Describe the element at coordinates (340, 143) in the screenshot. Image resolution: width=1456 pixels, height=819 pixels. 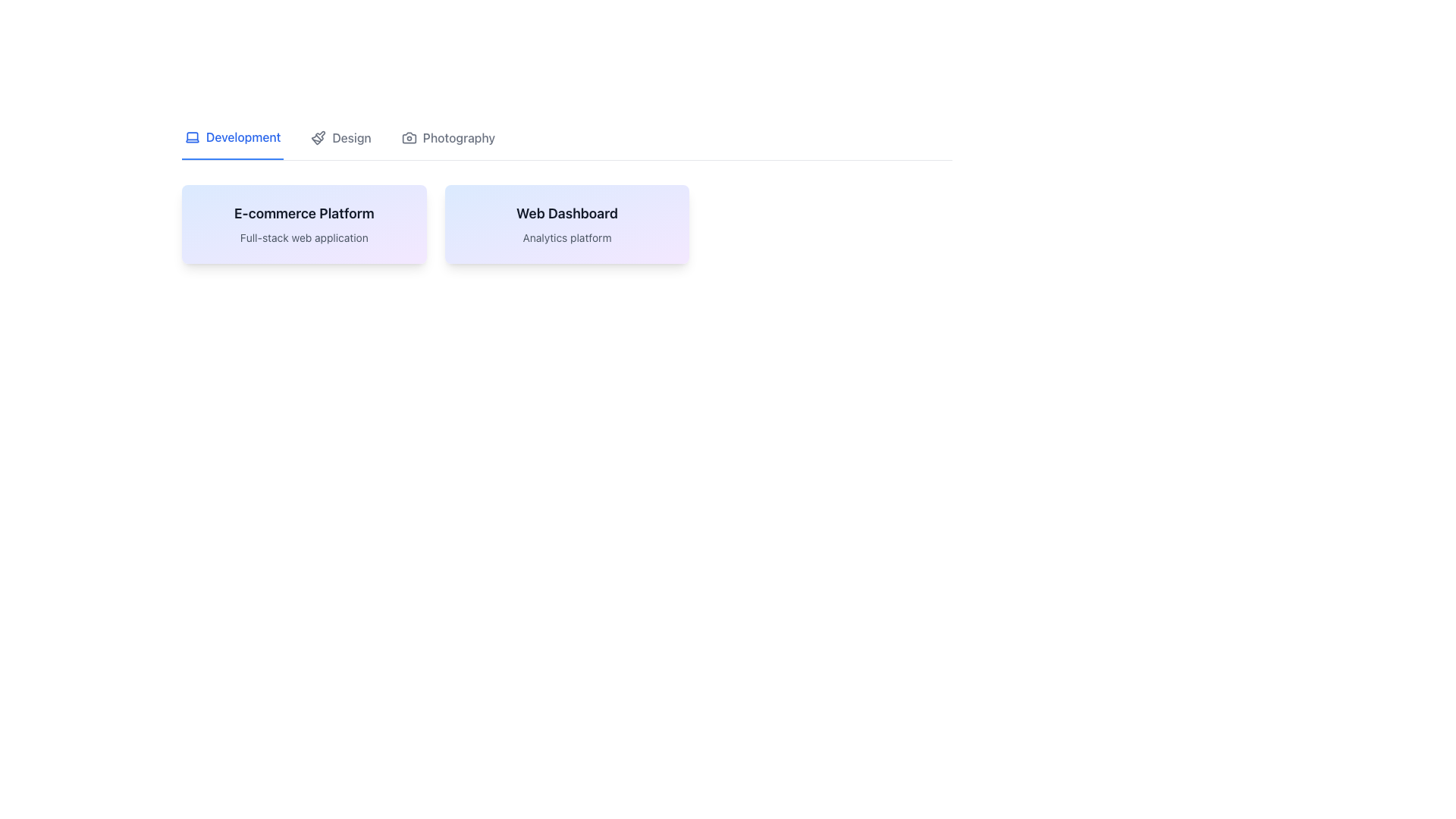
I see `the navigational button for the 'Design' section, which is the second item in the horizontal navigation panel` at that location.